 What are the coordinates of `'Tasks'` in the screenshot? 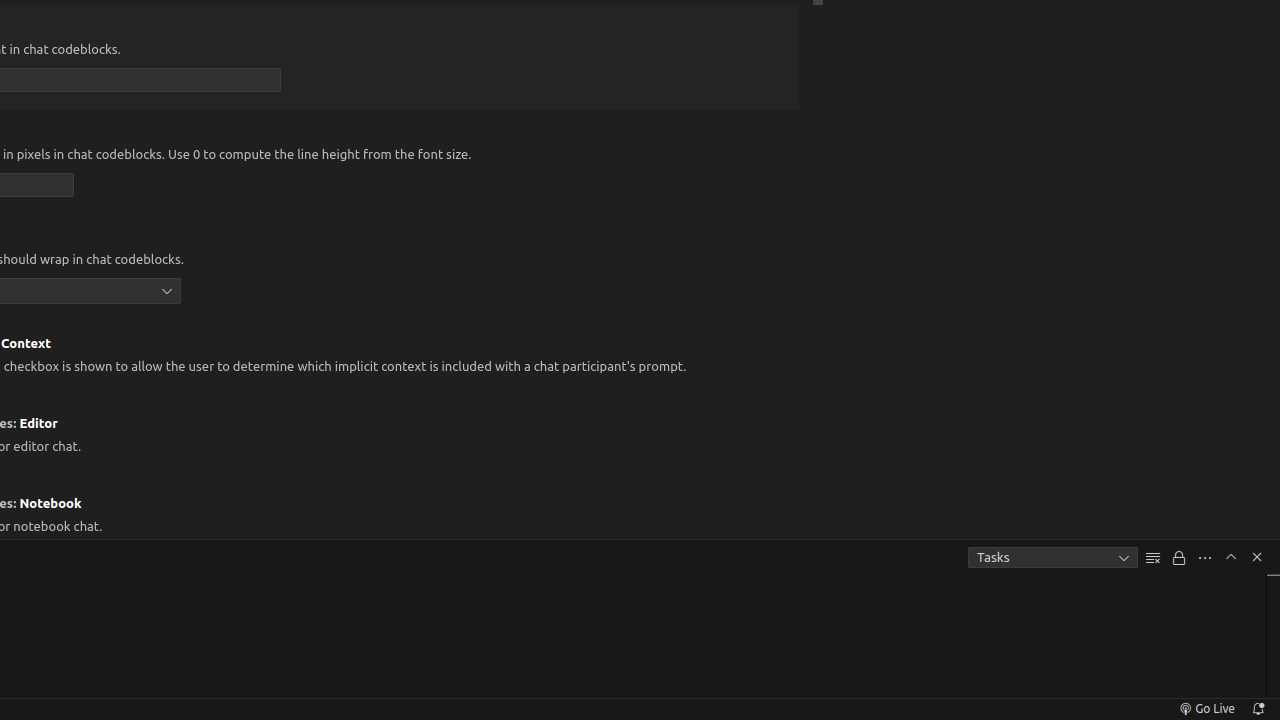 It's located at (1052, 557).